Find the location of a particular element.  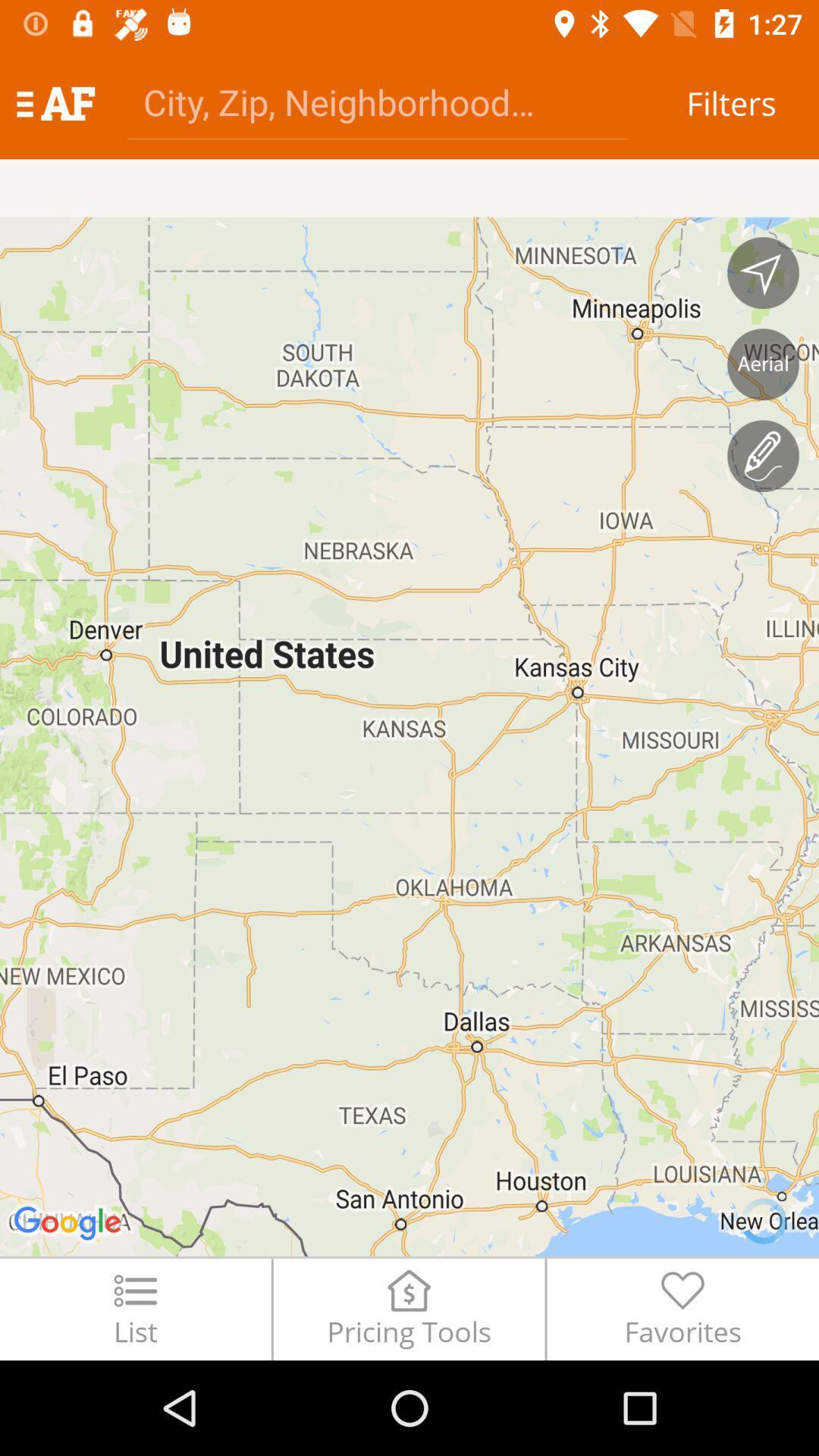

the favorites item is located at coordinates (682, 1308).